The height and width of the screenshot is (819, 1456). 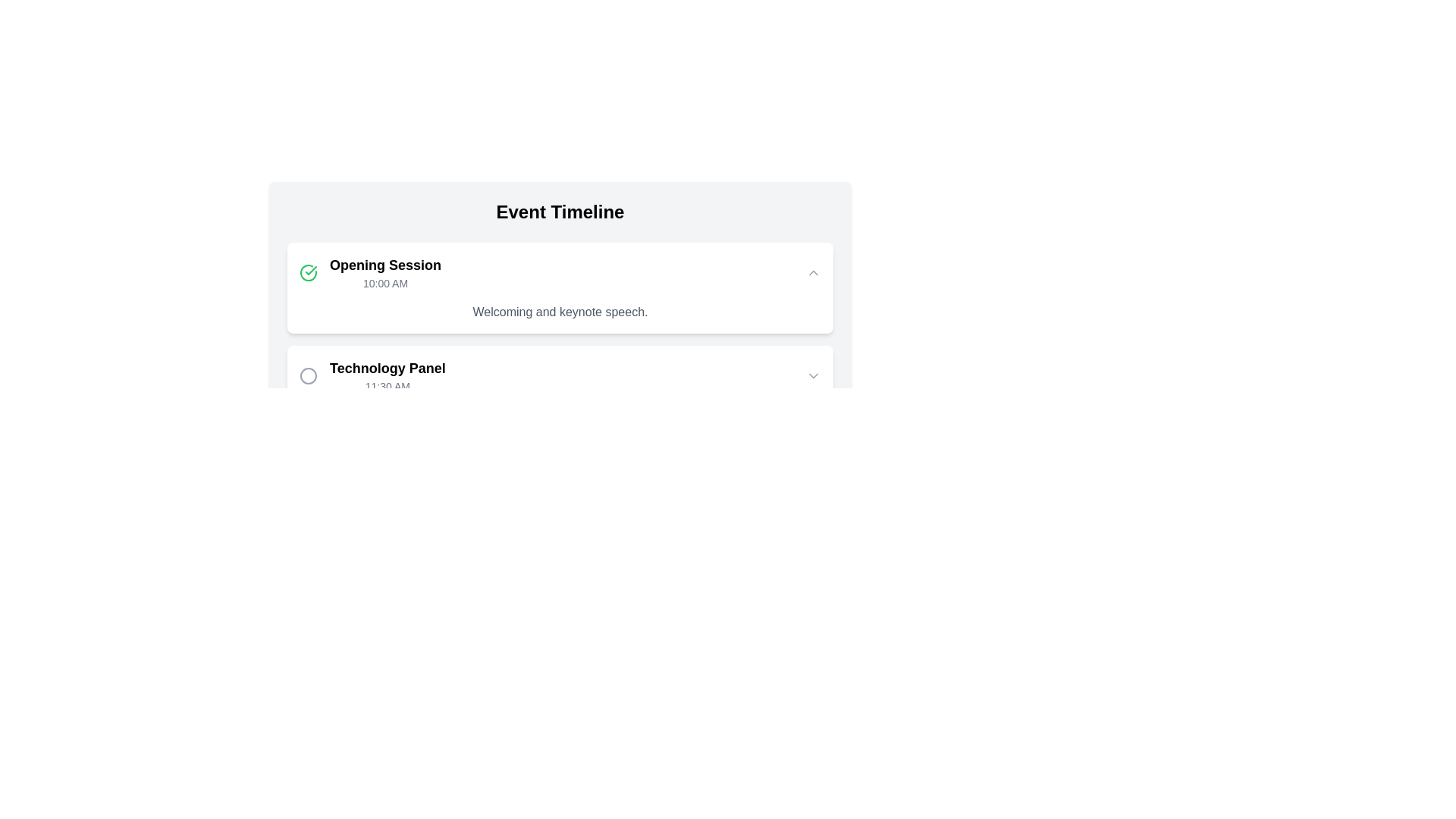 I want to click on the Label or Header text that serves as the title for the first entry in the 'Event Timeline', located above the smaller text displaying '10:00 AM', so click(x=385, y=265).